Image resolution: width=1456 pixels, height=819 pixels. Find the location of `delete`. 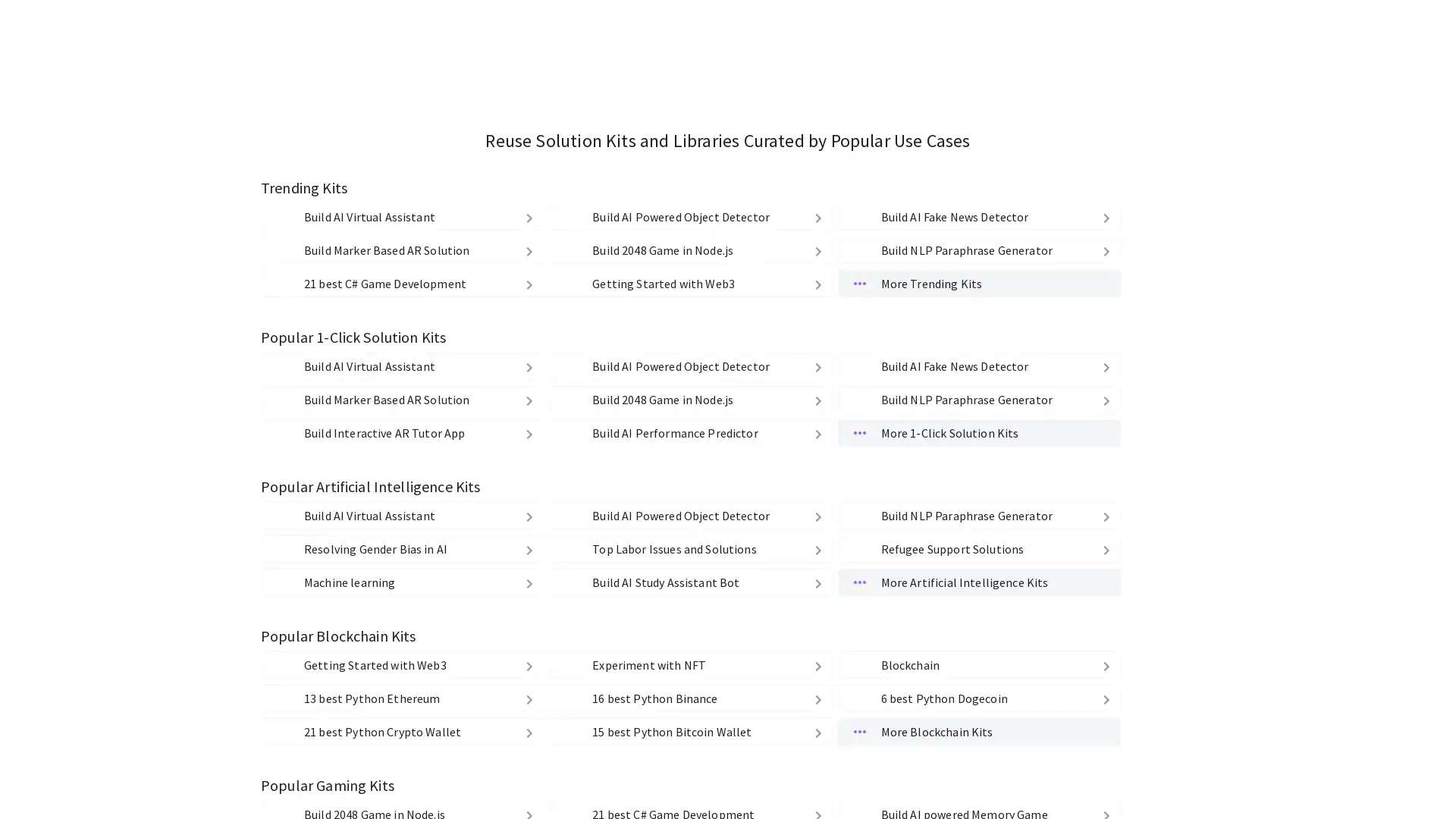

delete is located at coordinates (1084, 632).